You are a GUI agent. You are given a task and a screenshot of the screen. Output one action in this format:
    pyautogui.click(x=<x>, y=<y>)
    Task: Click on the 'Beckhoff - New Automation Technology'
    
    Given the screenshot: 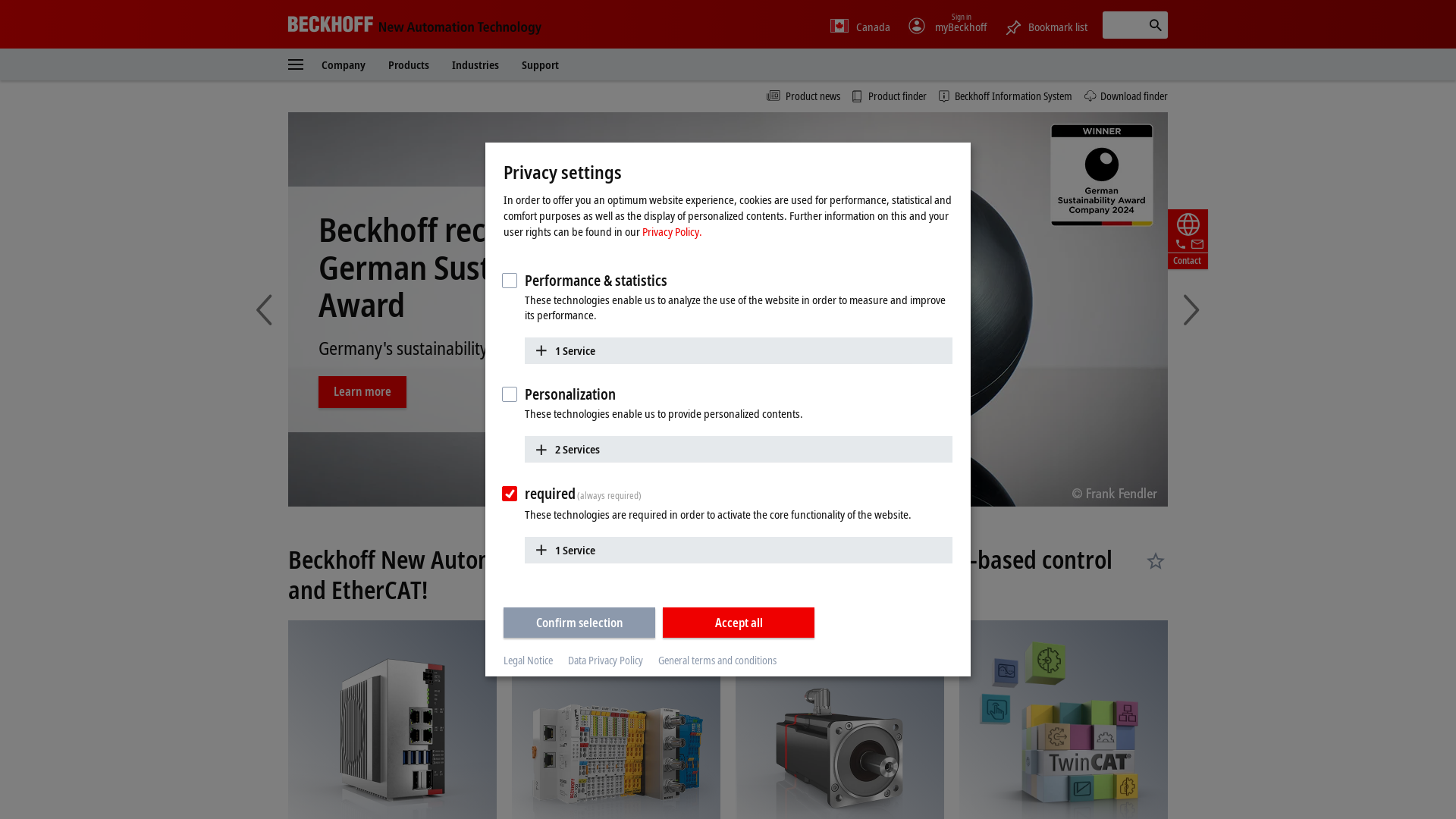 What is the action you would take?
    pyautogui.click(x=415, y=24)
    